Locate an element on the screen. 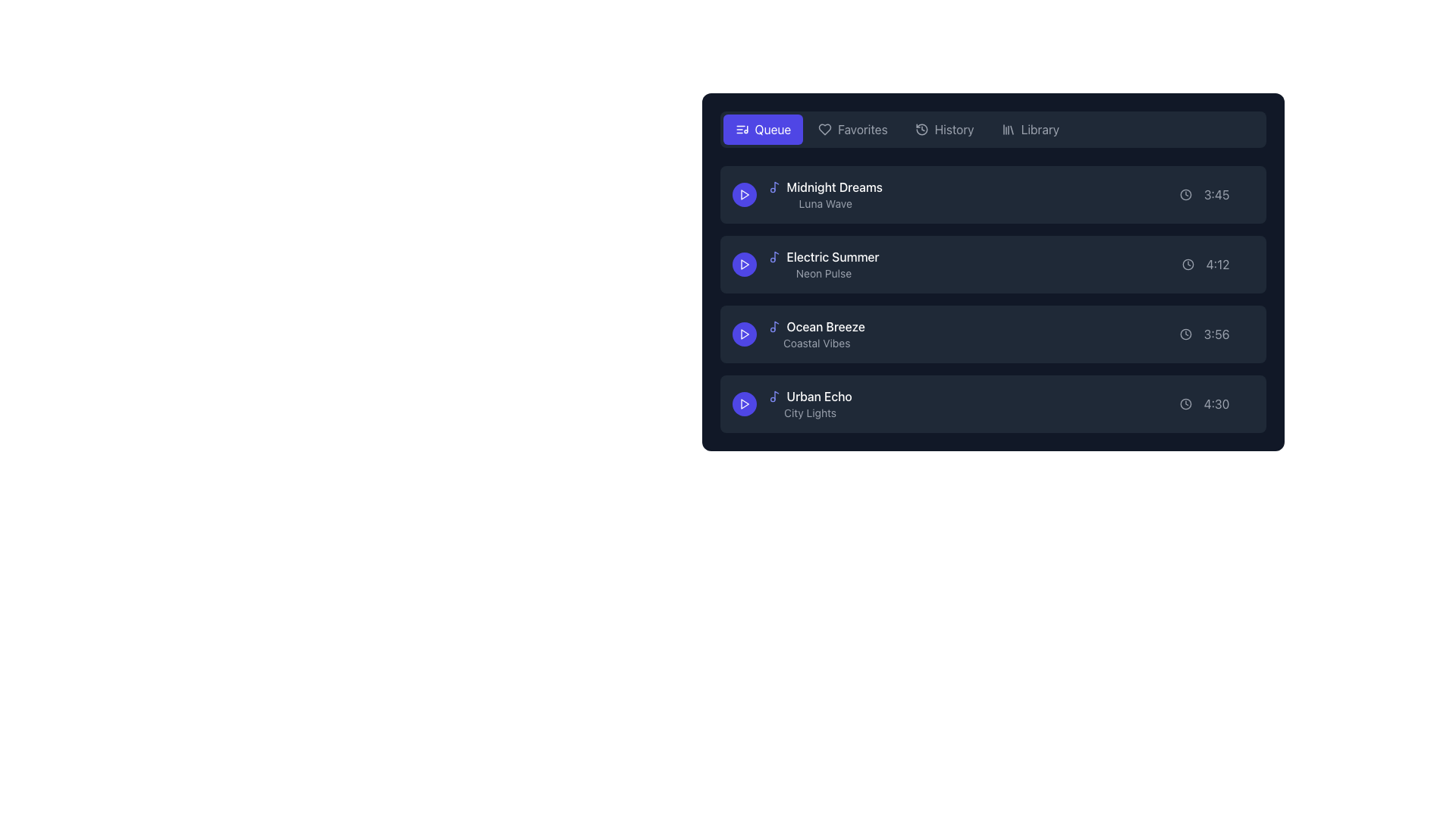 The width and height of the screenshot is (1456, 819). the clock face icon located to the left of the time display '3:56' in the third row of the list is located at coordinates (1185, 333).